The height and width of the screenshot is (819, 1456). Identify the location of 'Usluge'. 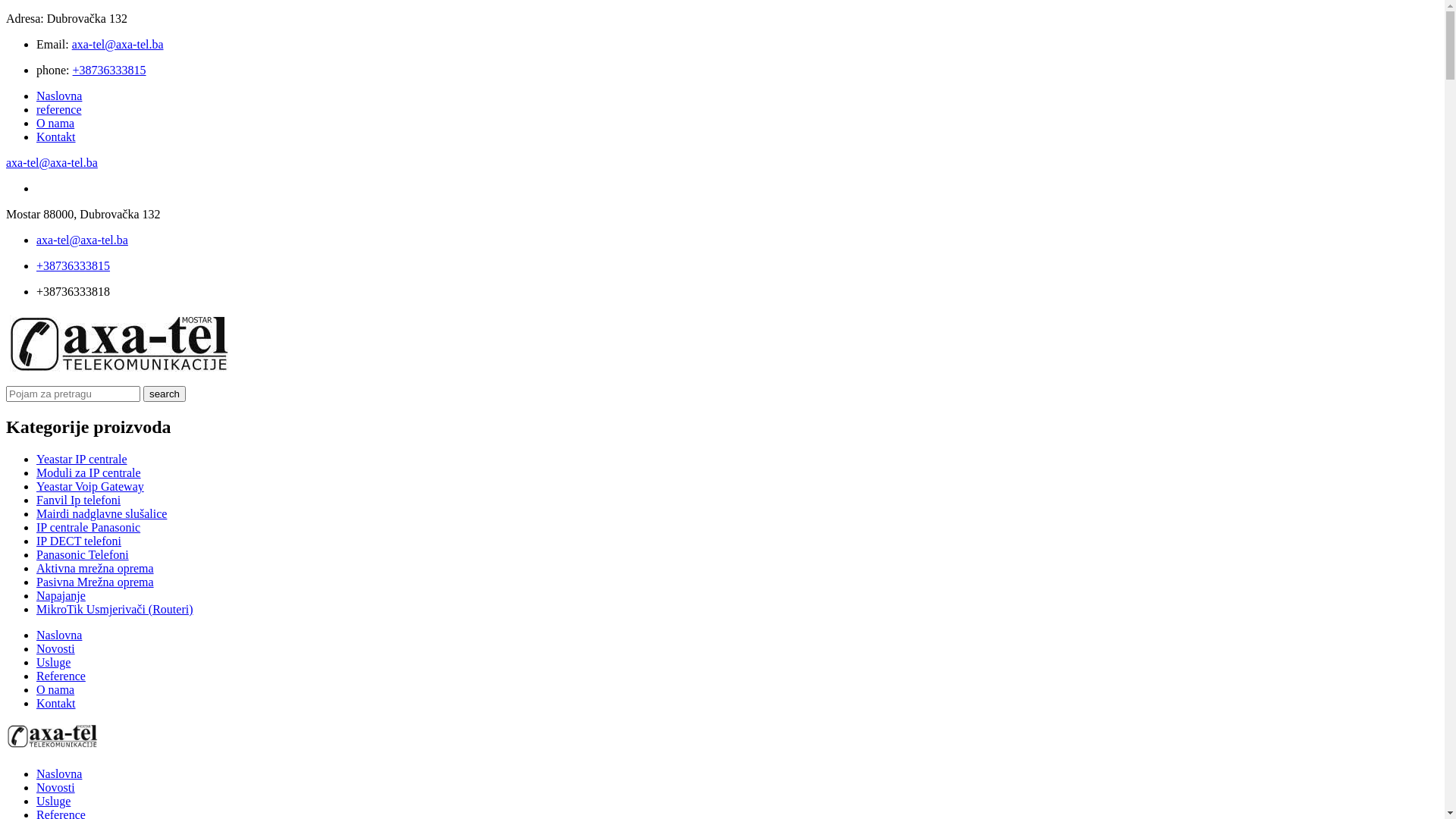
(53, 661).